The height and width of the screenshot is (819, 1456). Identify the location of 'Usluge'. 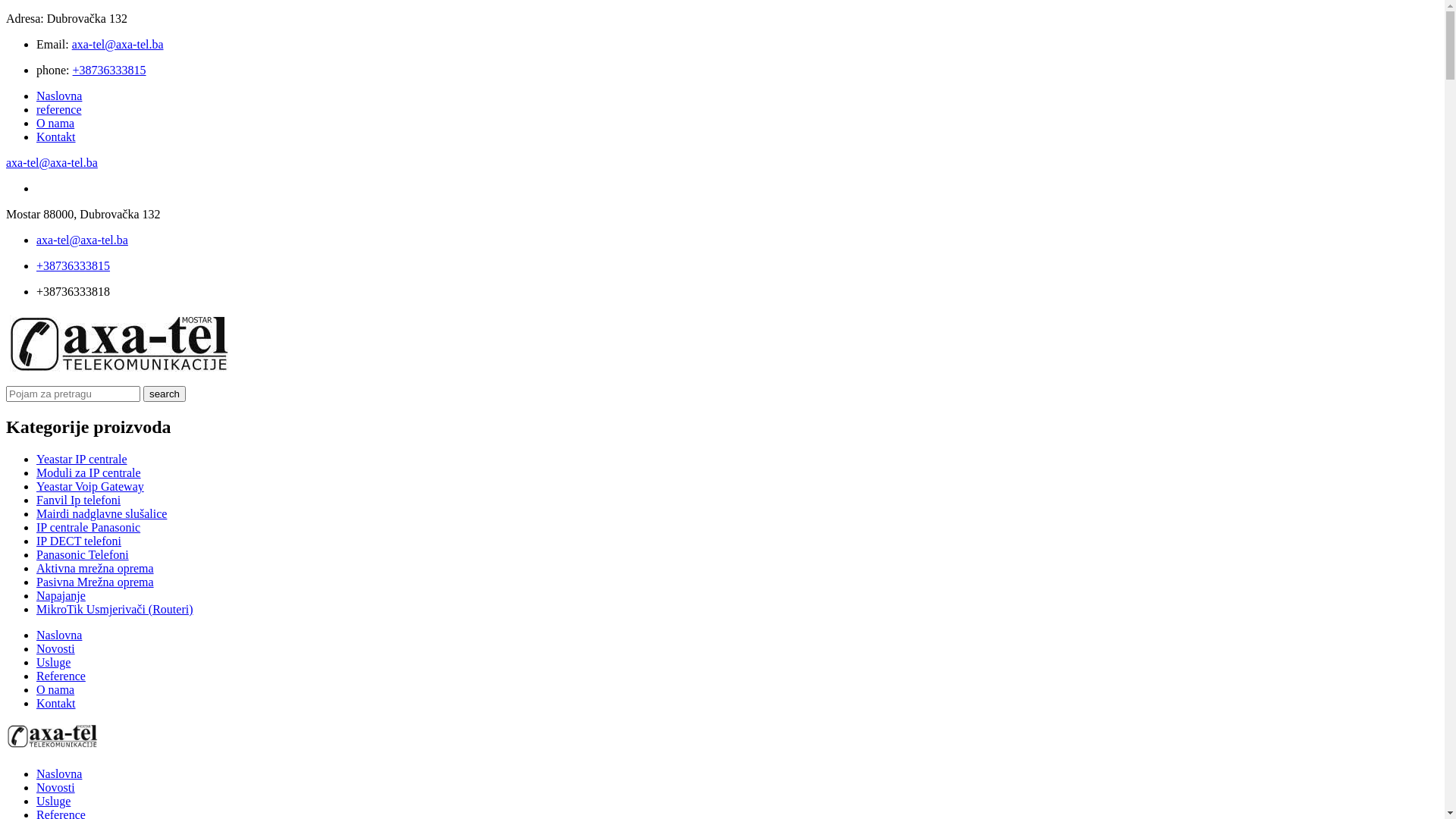
(53, 661).